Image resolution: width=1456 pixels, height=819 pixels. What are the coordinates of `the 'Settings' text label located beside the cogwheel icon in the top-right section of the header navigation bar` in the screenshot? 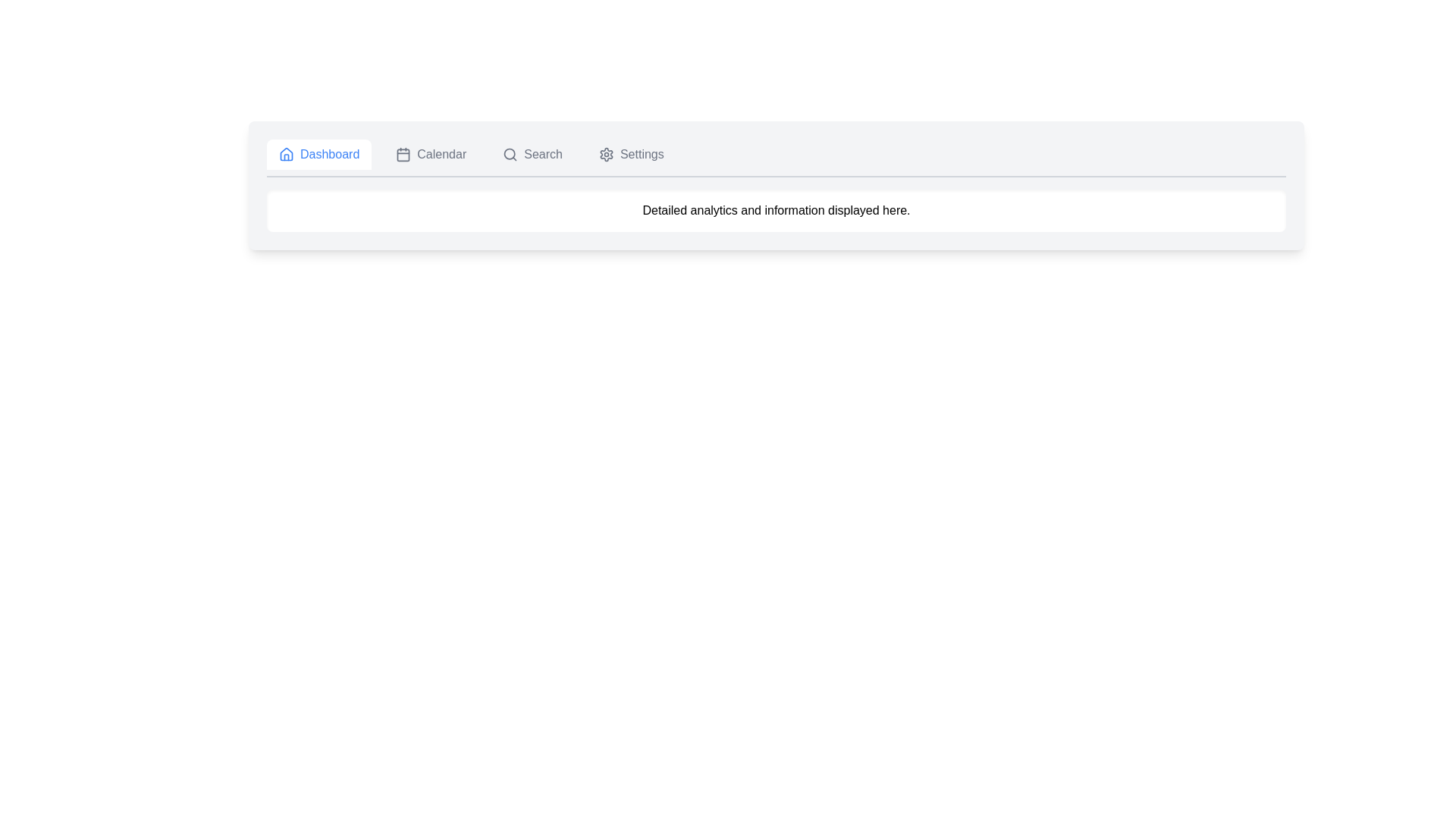 It's located at (642, 155).